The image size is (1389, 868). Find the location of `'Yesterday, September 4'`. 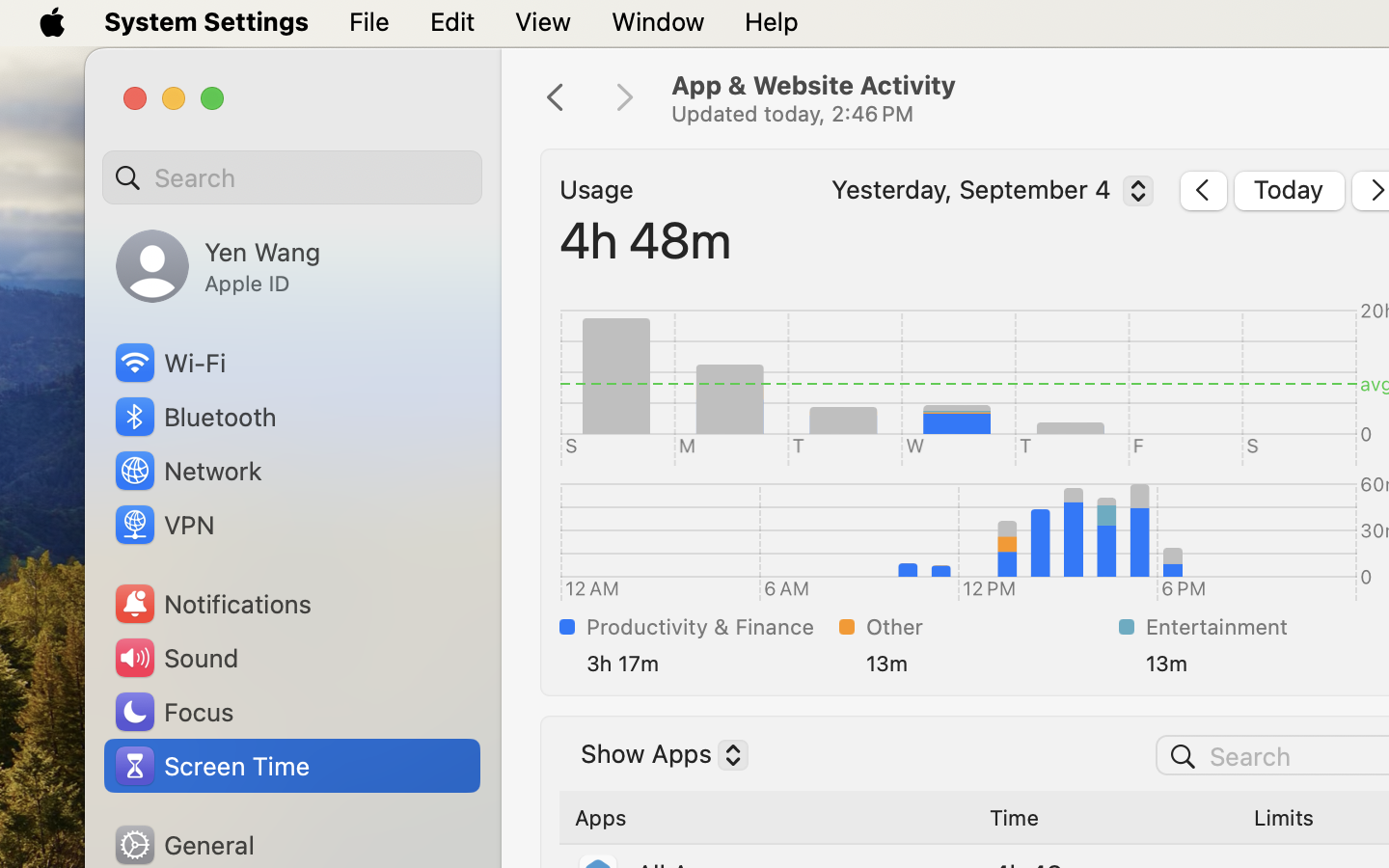

'Yesterday, September 4' is located at coordinates (987, 193).